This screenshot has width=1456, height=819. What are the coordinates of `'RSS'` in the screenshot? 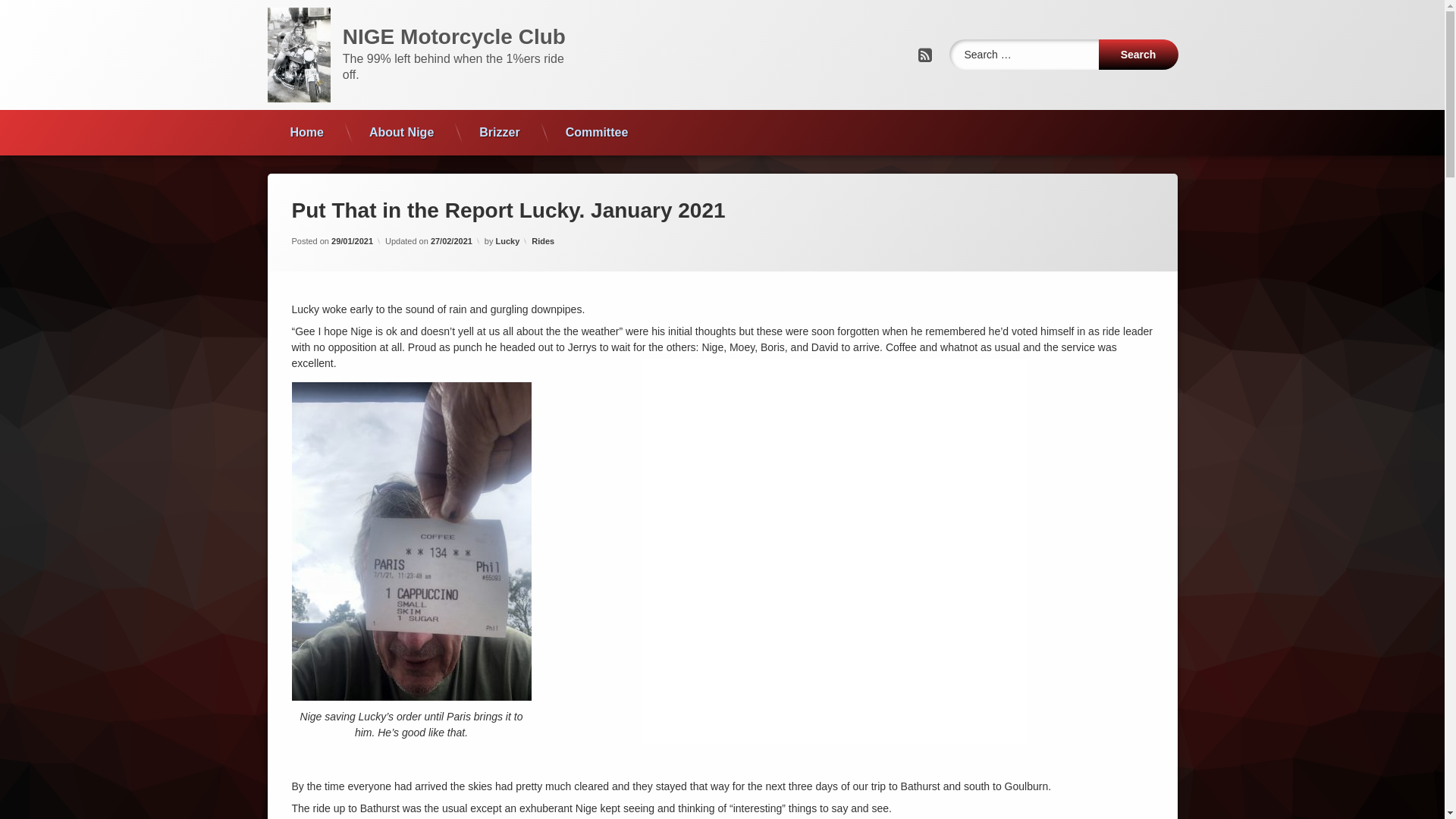 It's located at (924, 54).